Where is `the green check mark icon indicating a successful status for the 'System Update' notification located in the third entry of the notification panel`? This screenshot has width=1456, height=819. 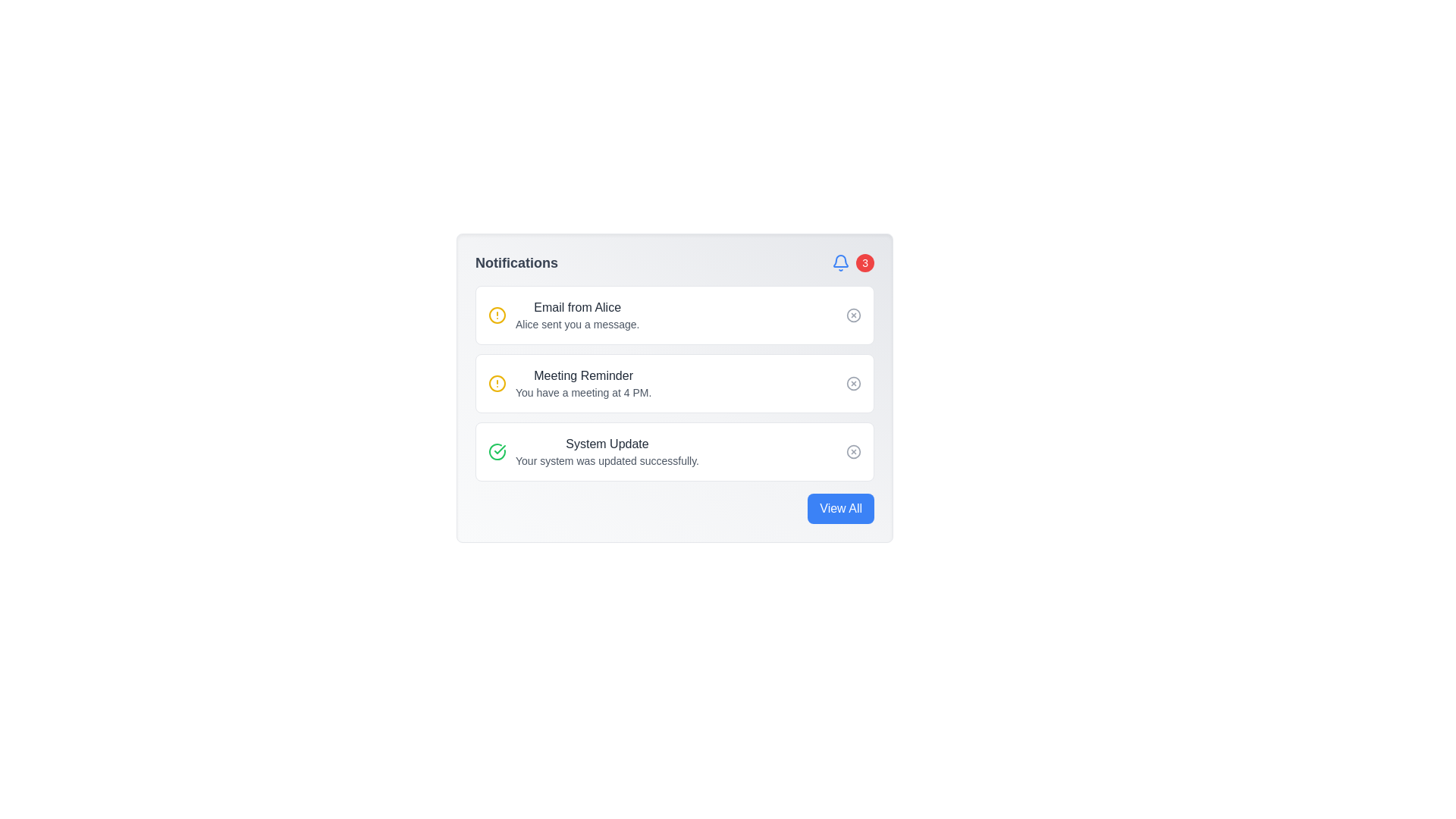
the green check mark icon indicating a successful status for the 'System Update' notification located in the third entry of the notification panel is located at coordinates (497, 451).